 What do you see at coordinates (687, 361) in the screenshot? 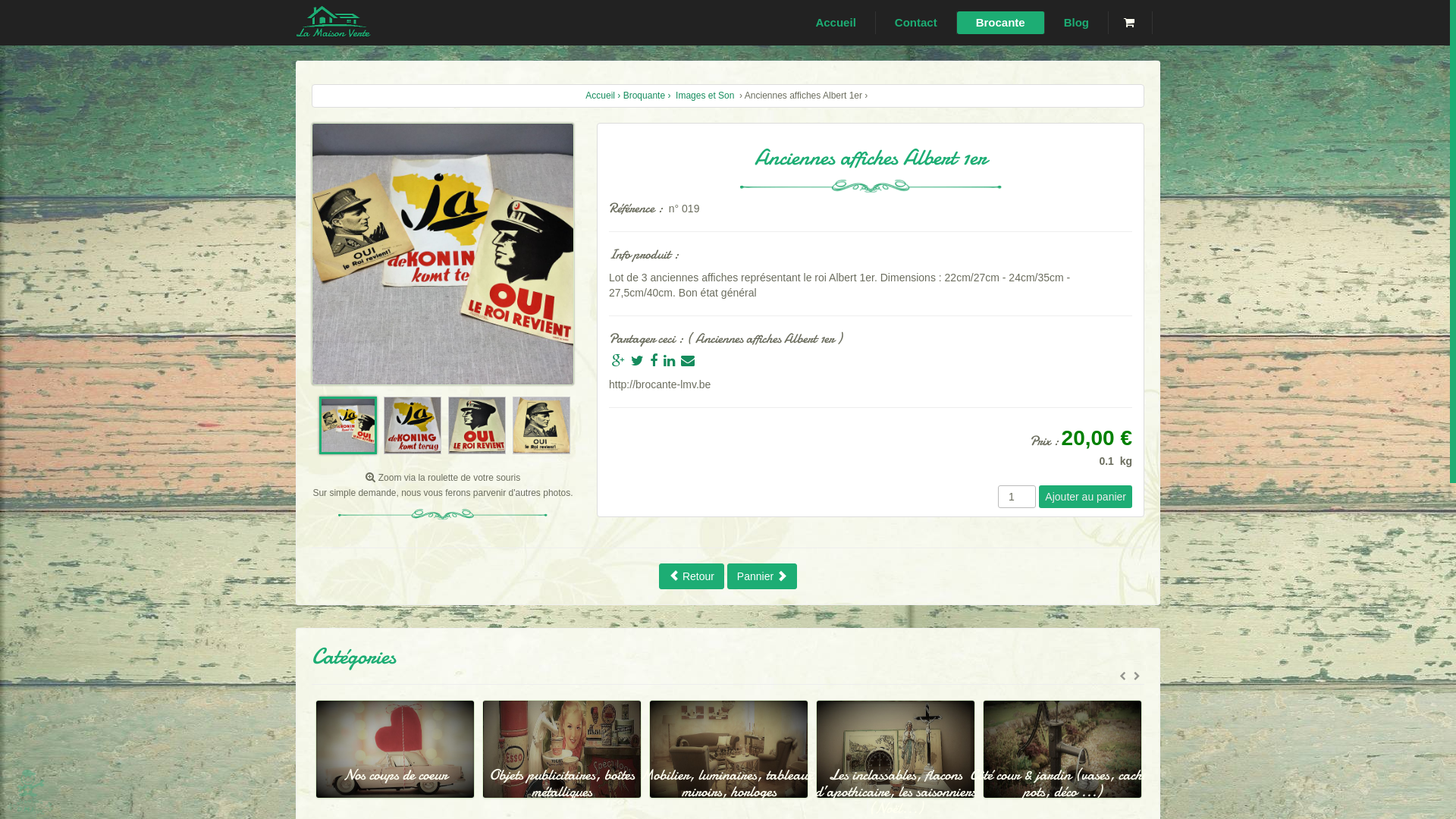
I see `'Envoyer par mail'` at bounding box center [687, 361].